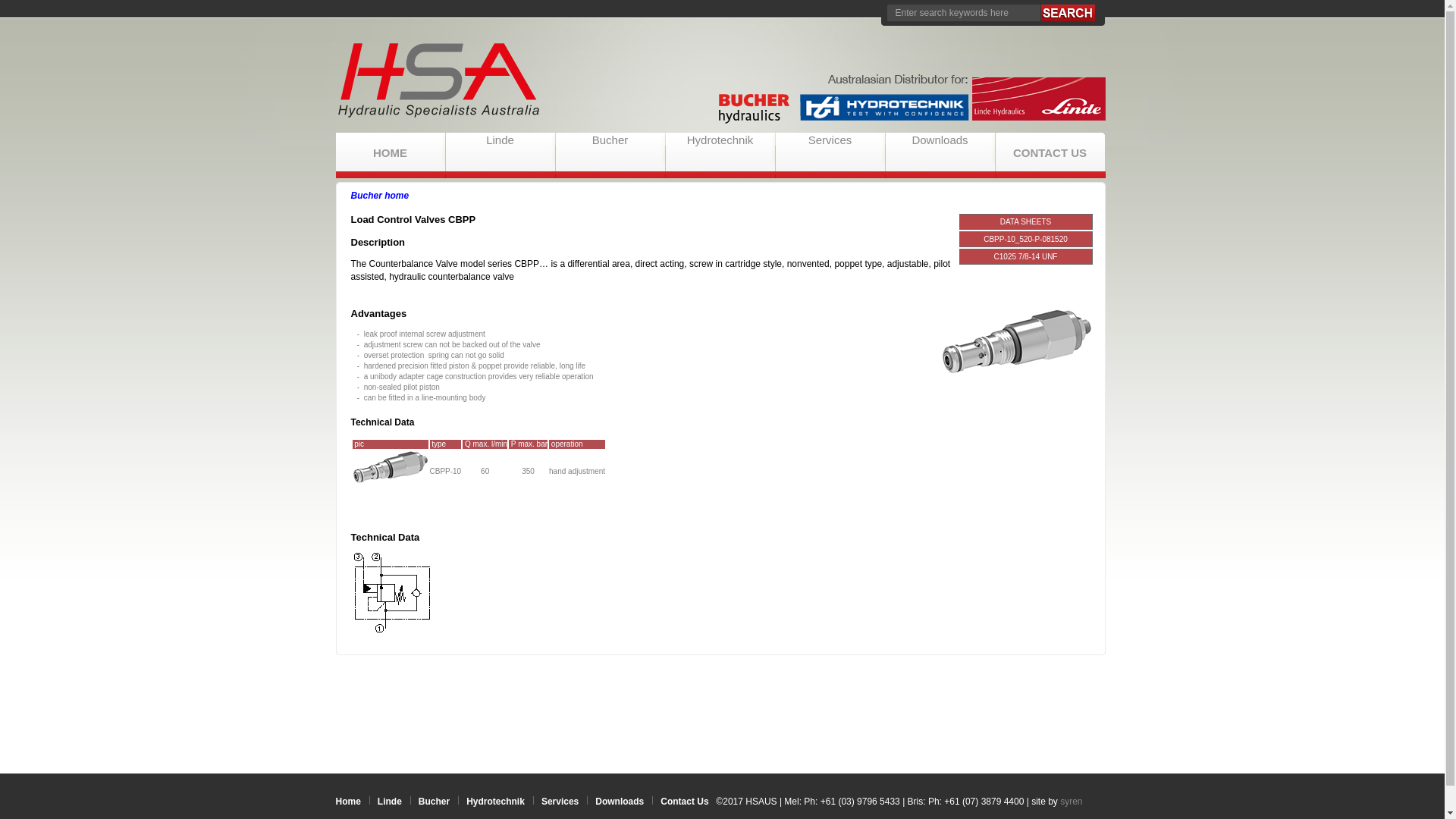 This screenshot has height=819, width=1456. Describe the element at coordinates (486, 140) in the screenshot. I see `'Linde'` at that location.